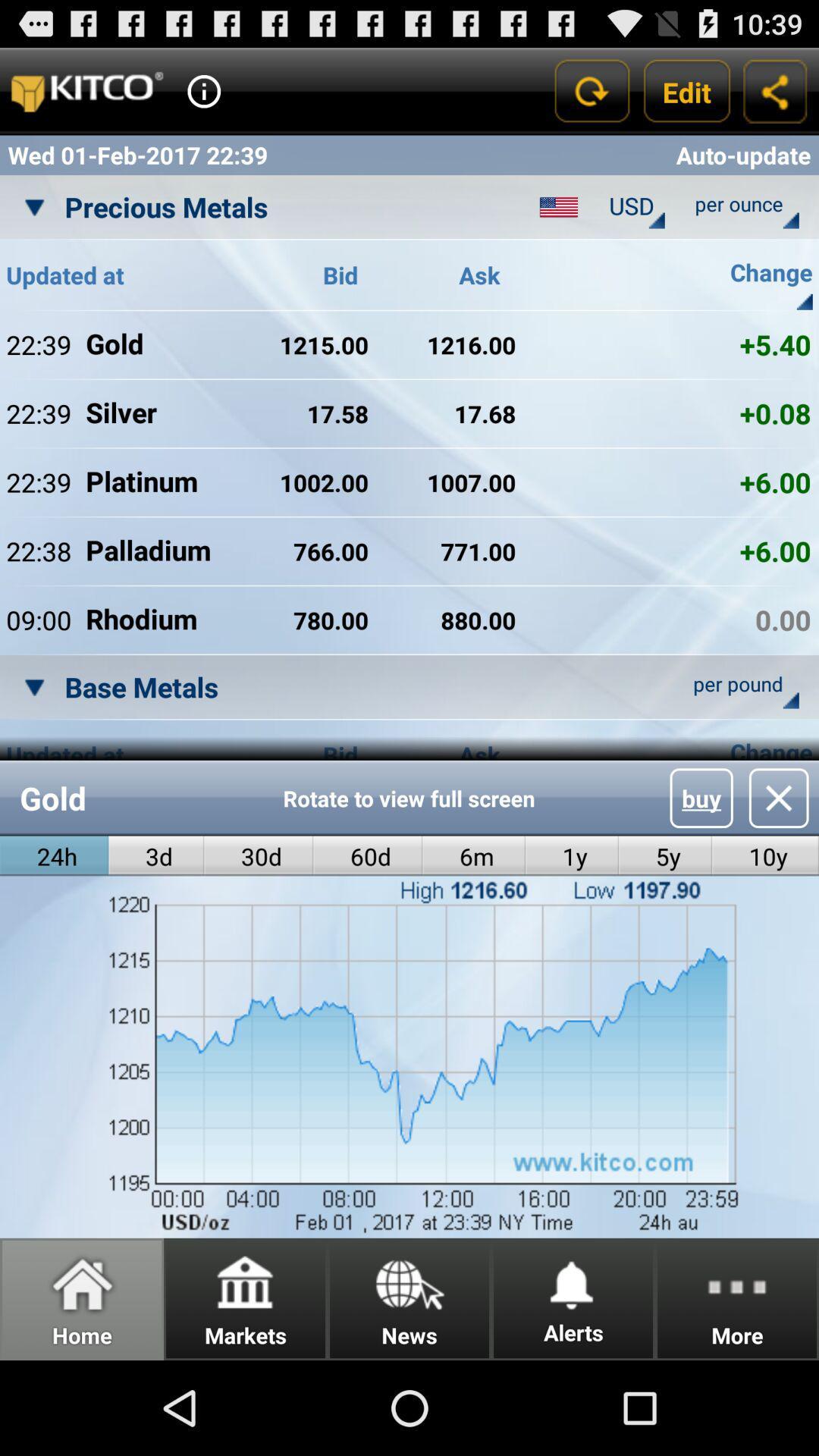 The image size is (819, 1456). What do you see at coordinates (258, 856) in the screenshot?
I see `the app below gold app` at bounding box center [258, 856].